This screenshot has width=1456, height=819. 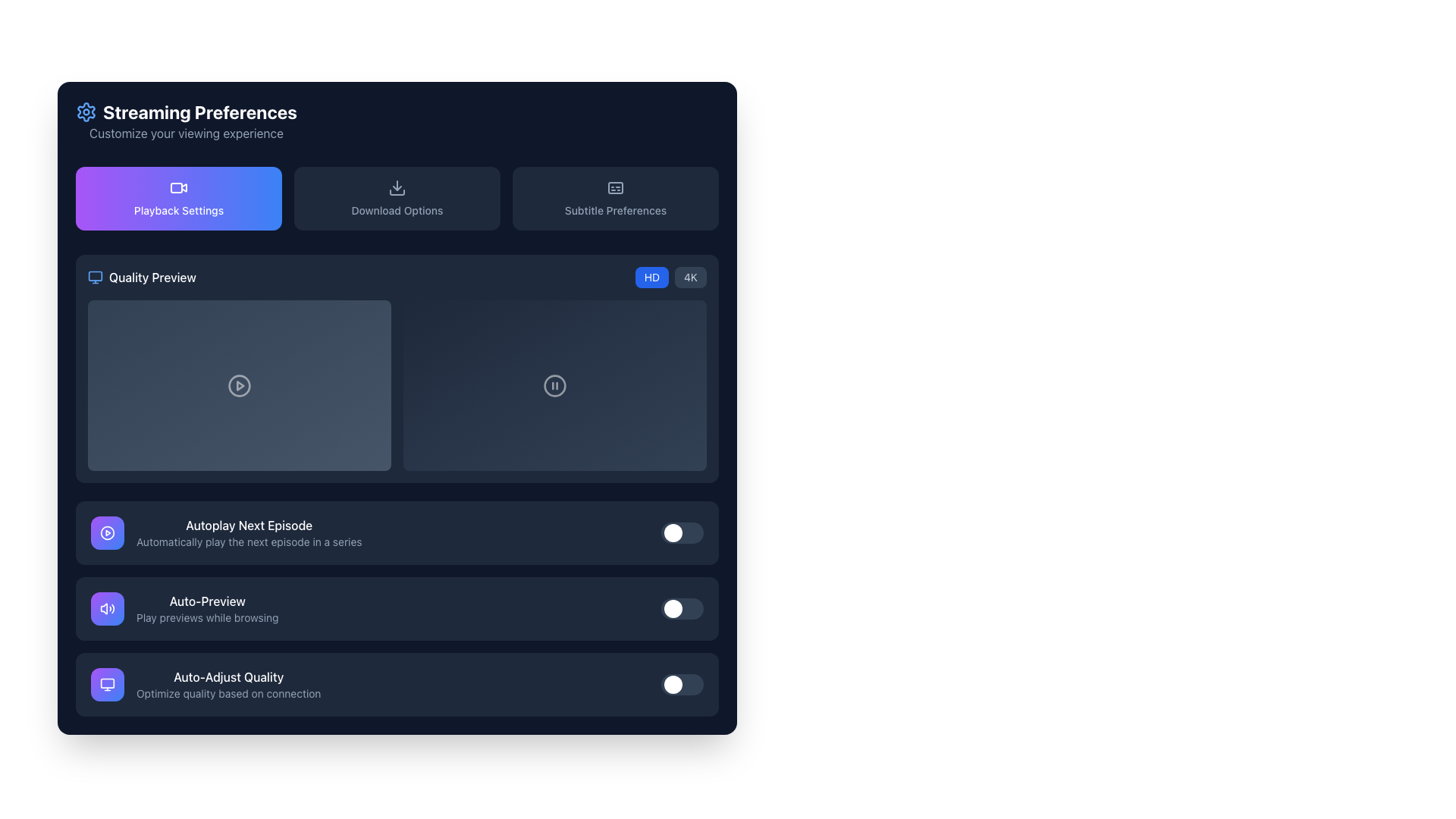 I want to click on the gear-like icon with a blue outline adjacent to the 'Streaming Preferences' heading, so click(x=86, y=111).